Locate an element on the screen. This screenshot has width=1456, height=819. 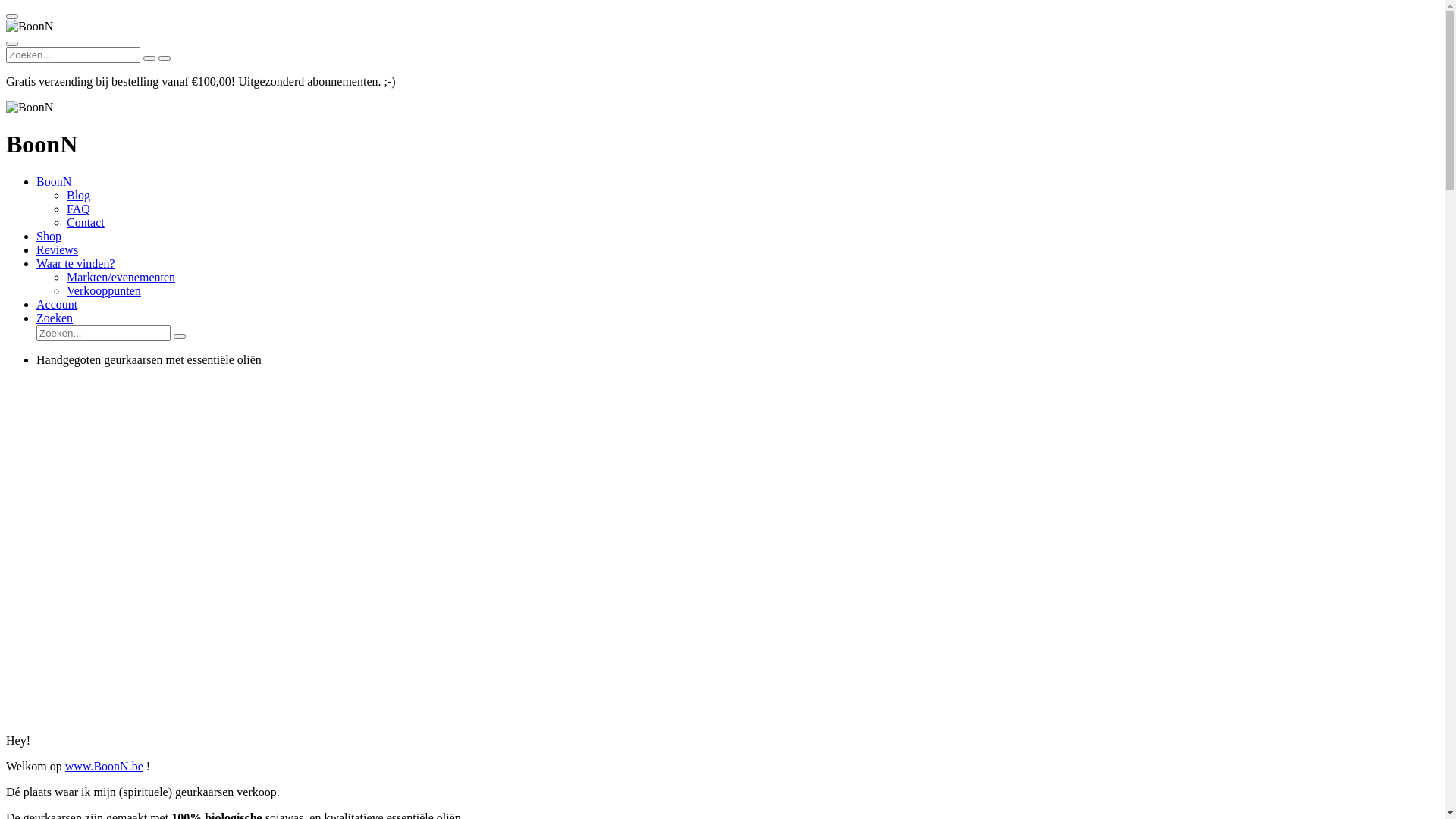
'Account' is located at coordinates (57, 304).